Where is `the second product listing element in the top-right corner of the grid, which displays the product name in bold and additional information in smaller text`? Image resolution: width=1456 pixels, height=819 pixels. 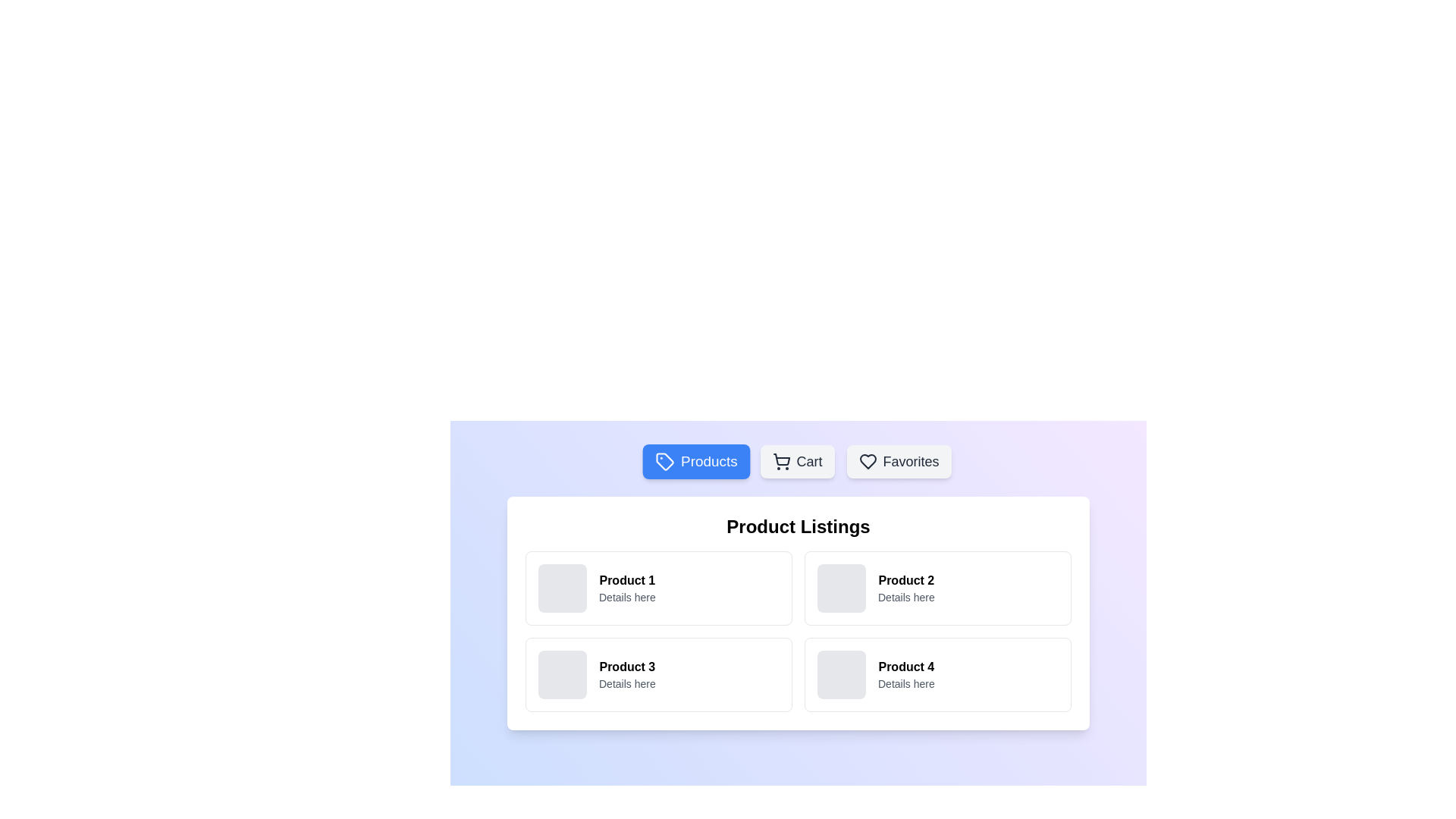
the second product listing element in the top-right corner of the grid, which displays the product name in bold and additional information in smaller text is located at coordinates (906, 587).